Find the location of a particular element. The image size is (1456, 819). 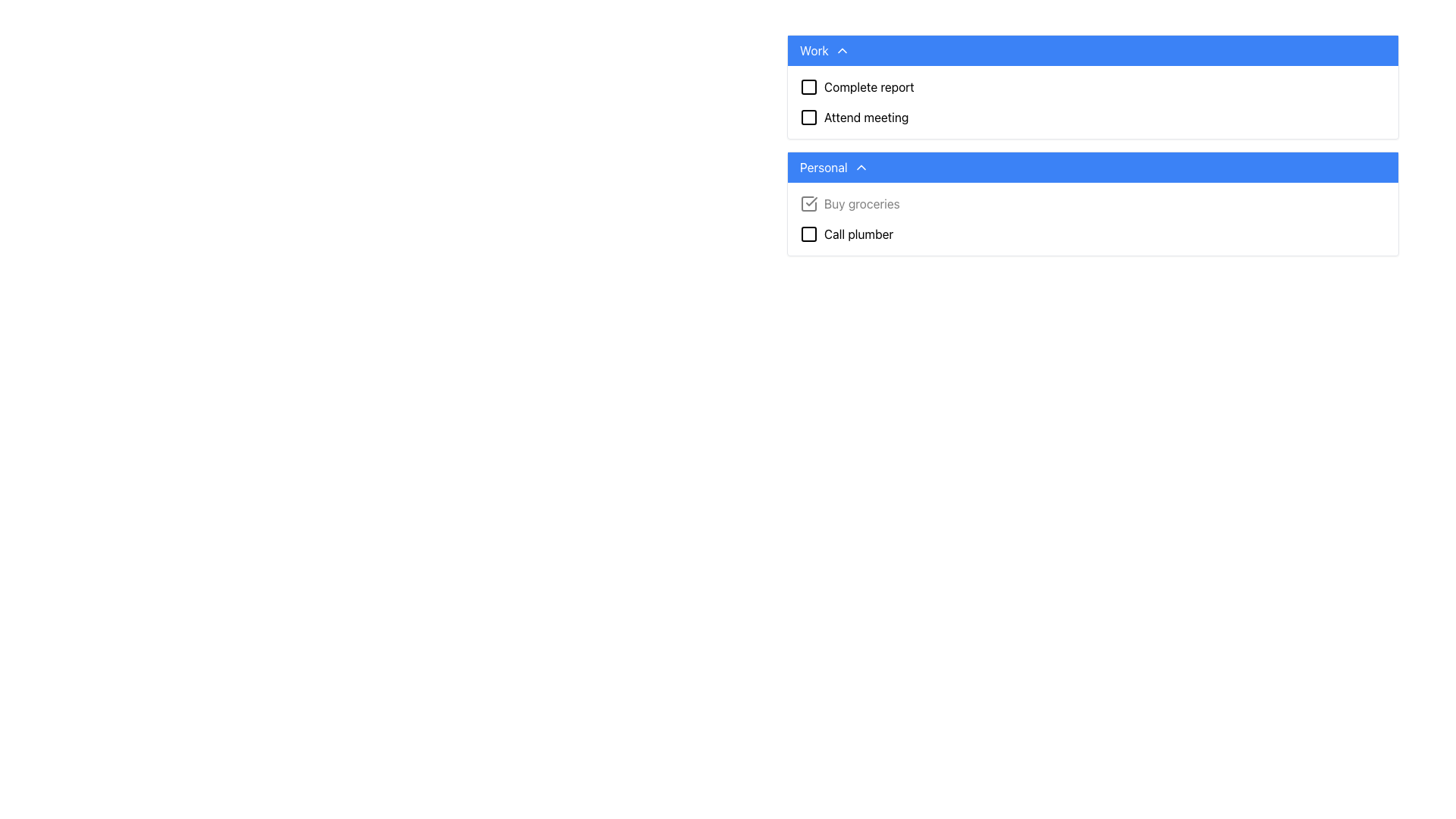

the 'Personal' text label in the dropdown menu header, which is displayed in white font on a blue background and positioned to the left of the chevron icon is located at coordinates (823, 167).